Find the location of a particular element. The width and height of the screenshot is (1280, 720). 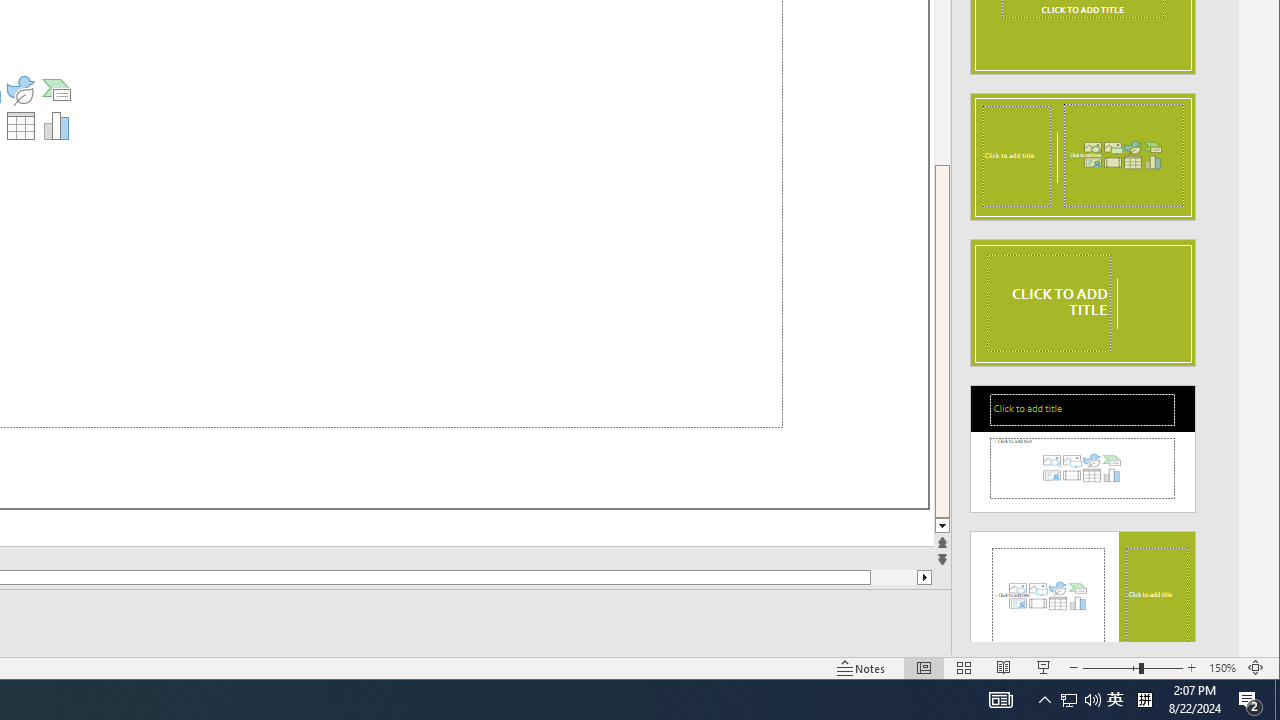

'Insert Table' is located at coordinates (21, 125).